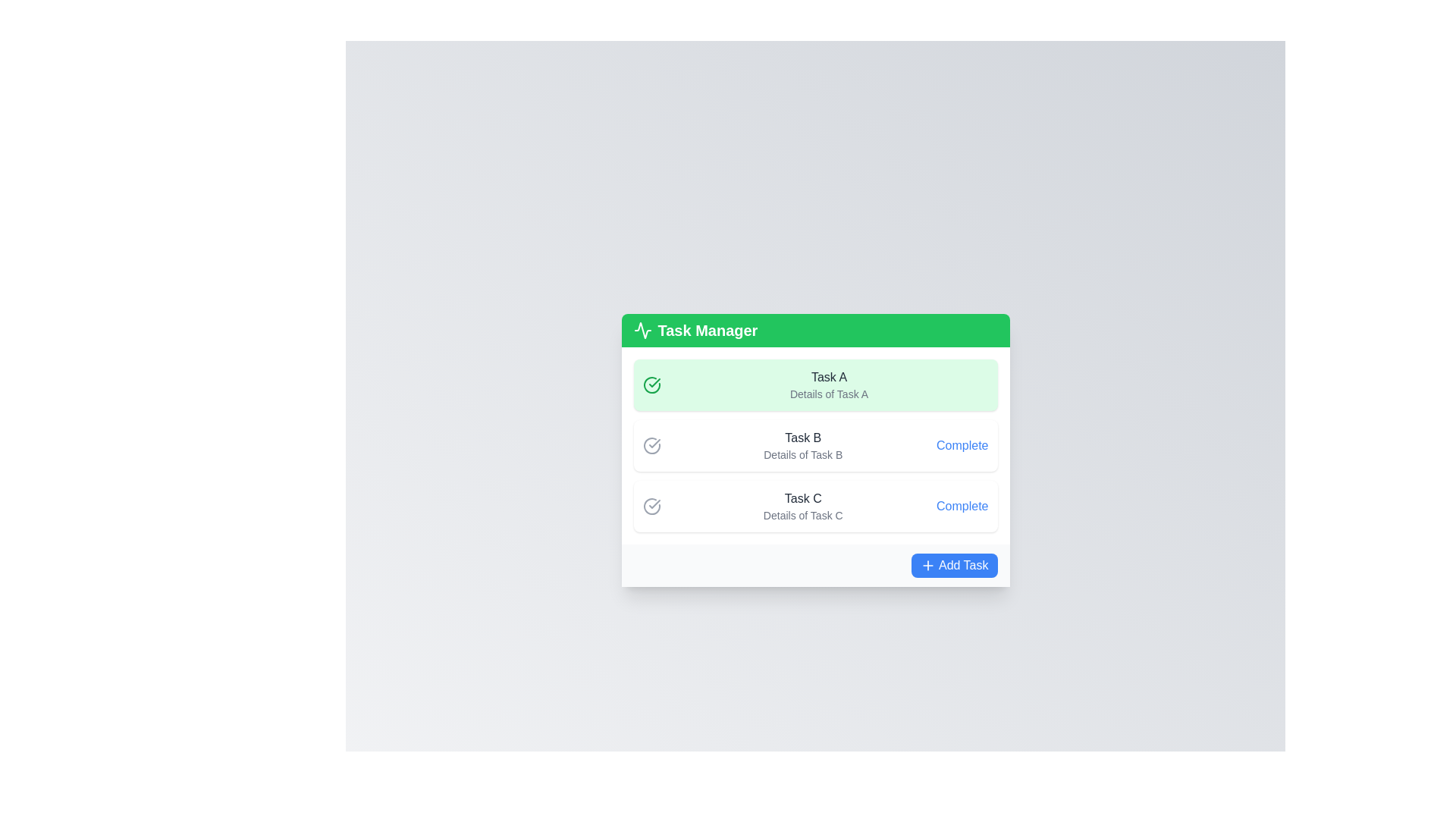 The image size is (1456, 819). I want to click on icon representing the addition or creation action located at the far right side of the 'Add Task' button to verify its design or adjust its styling, so click(927, 565).